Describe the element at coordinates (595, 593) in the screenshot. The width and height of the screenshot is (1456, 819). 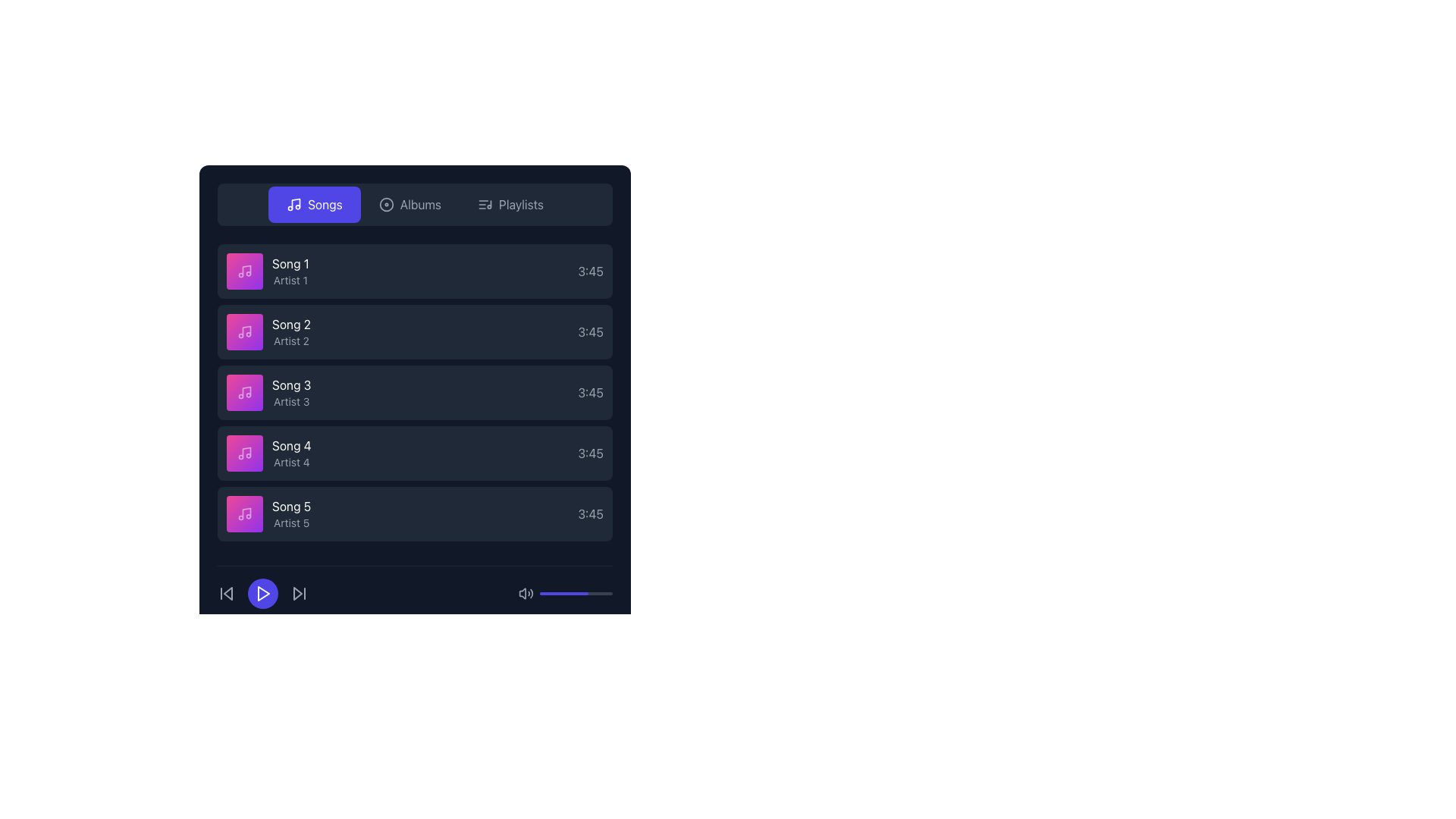
I see `the volume slider` at that location.